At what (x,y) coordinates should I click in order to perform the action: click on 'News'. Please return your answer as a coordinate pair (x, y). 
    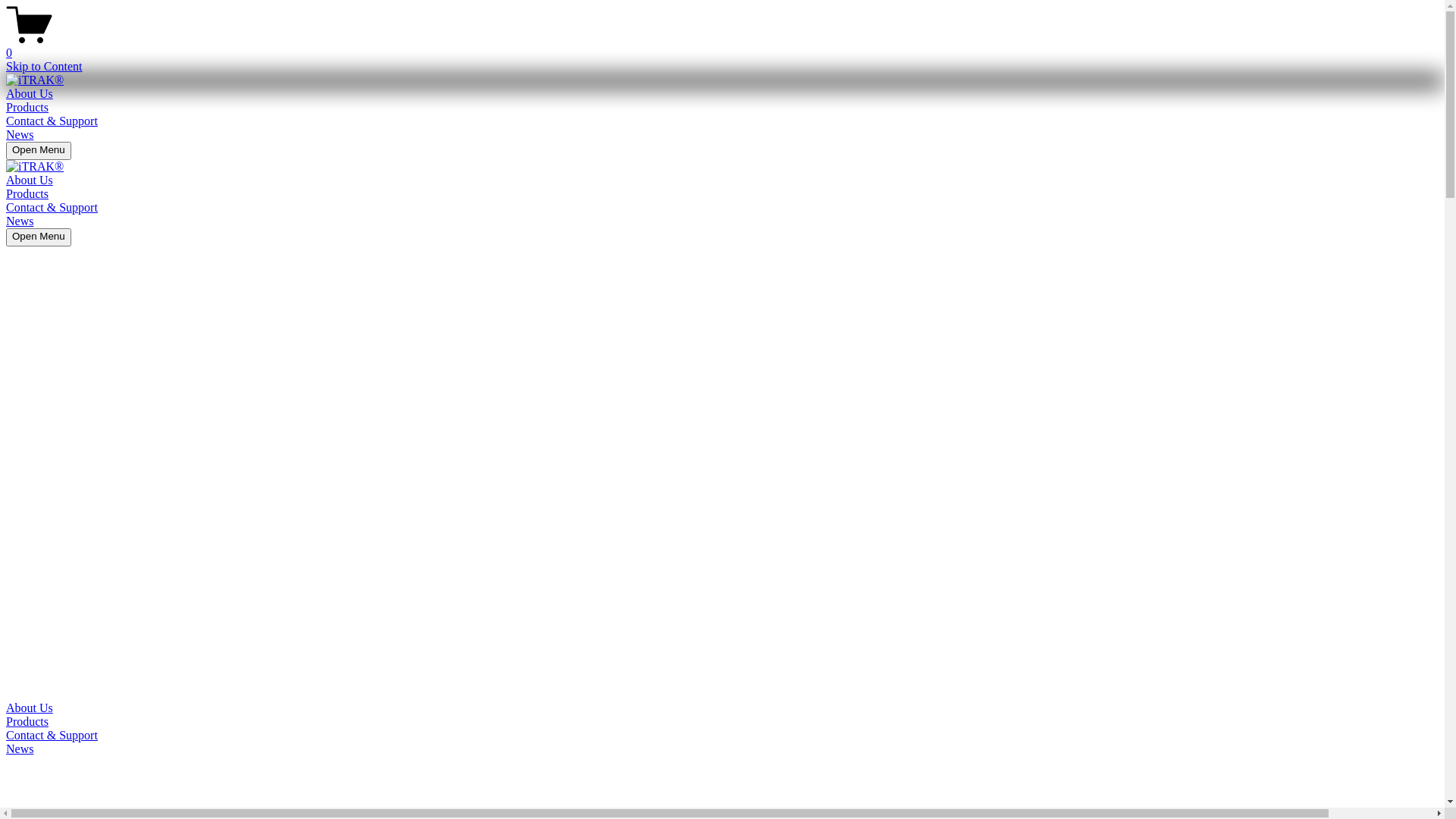
    Looking at the image, I should click on (19, 221).